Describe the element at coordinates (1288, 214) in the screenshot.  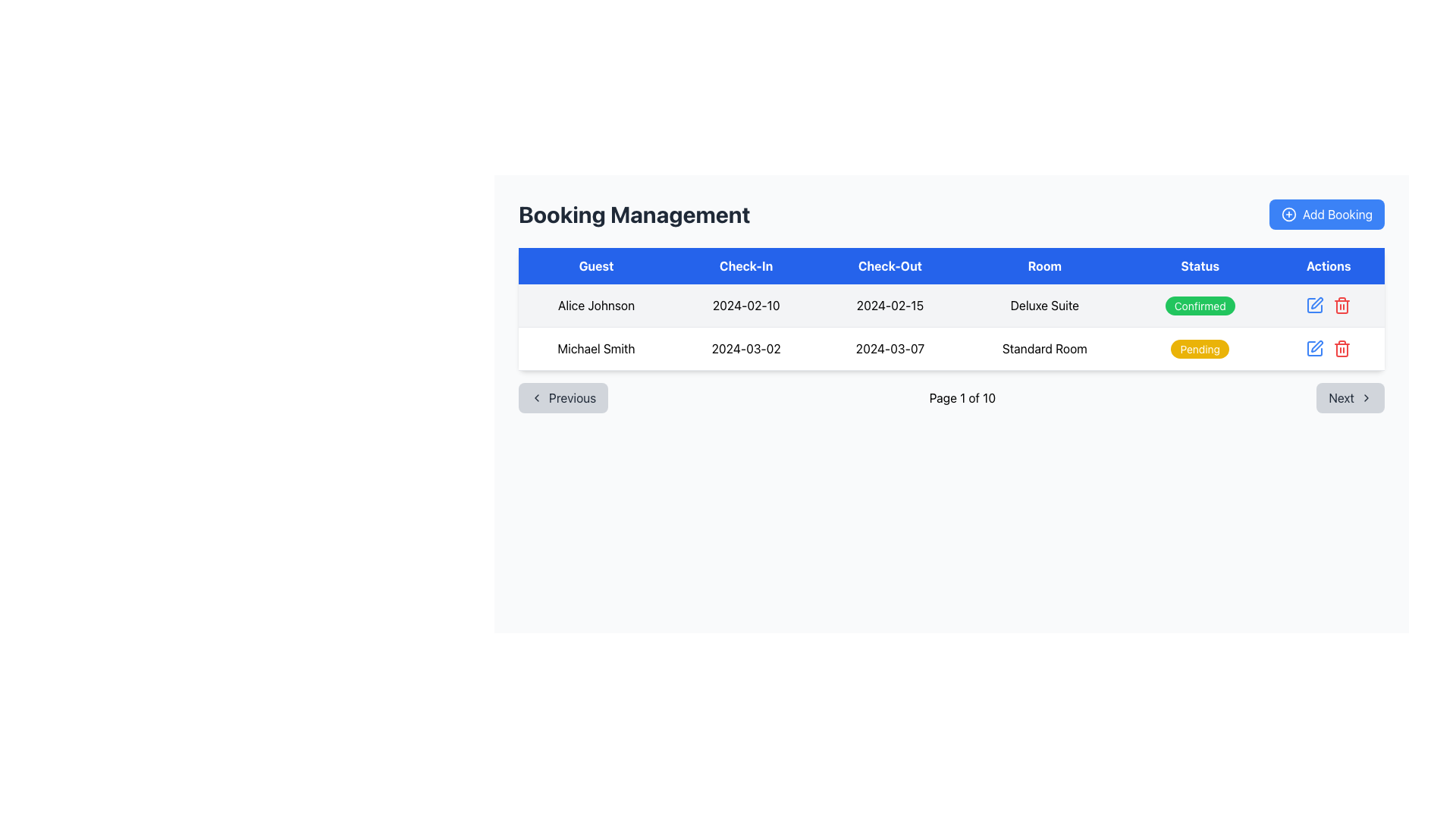
I see `the blue circular outline icon with a 10-pixel radius located within the 'Add Booking' button in the top-right corner of the interface` at that location.